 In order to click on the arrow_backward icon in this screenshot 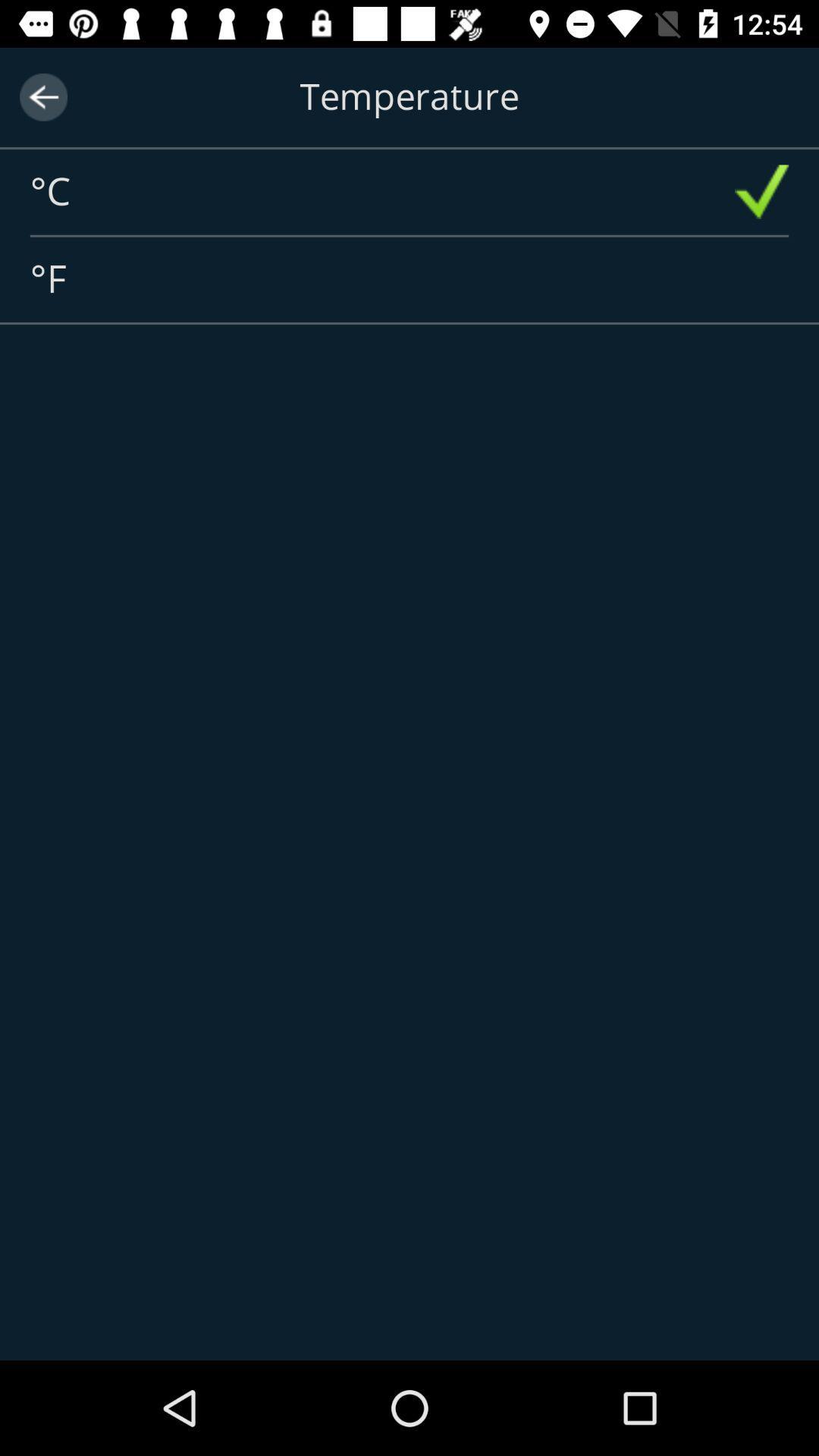, I will do `click(42, 96)`.